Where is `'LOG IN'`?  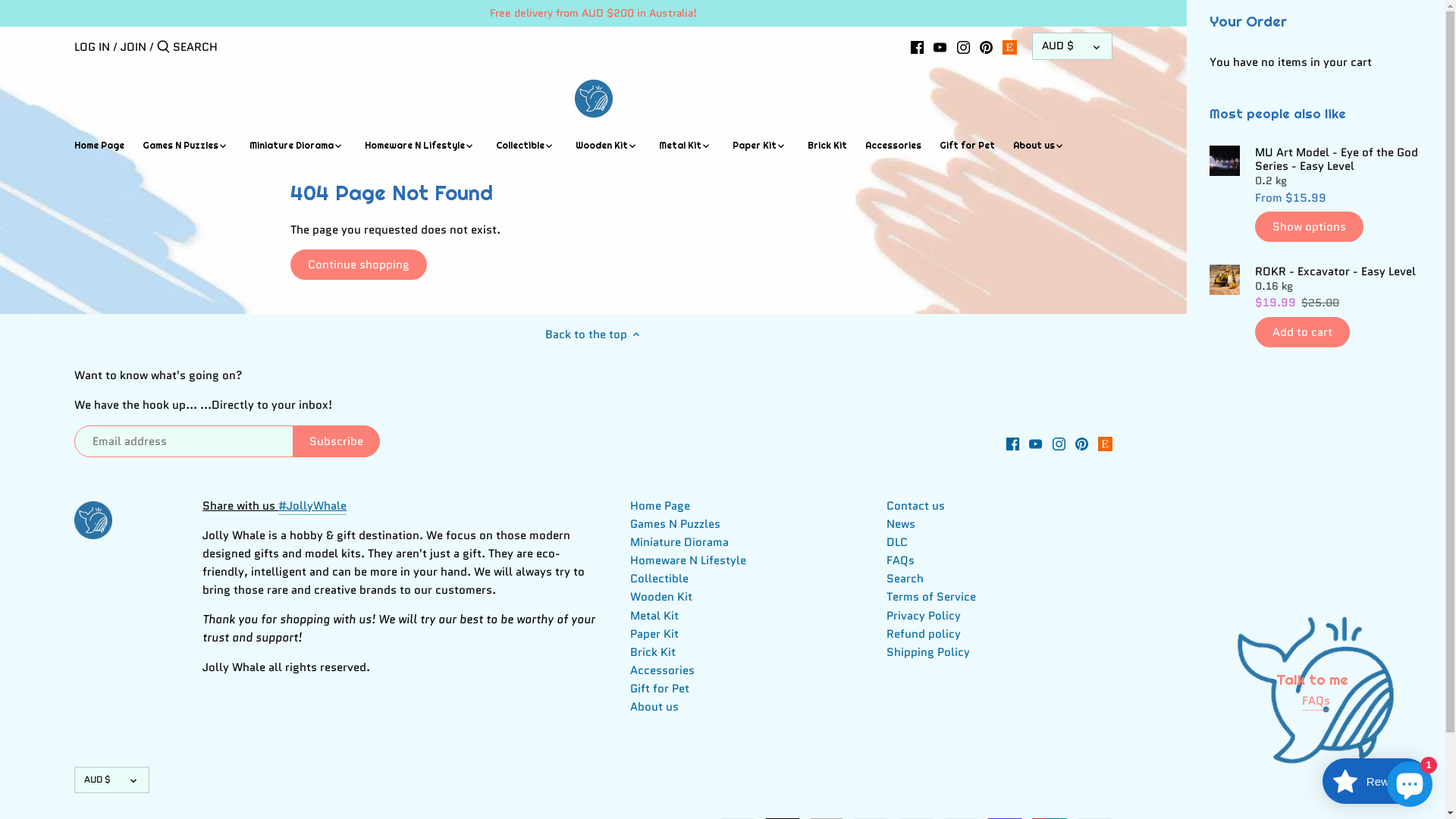
'LOG IN' is located at coordinates (91, 45).